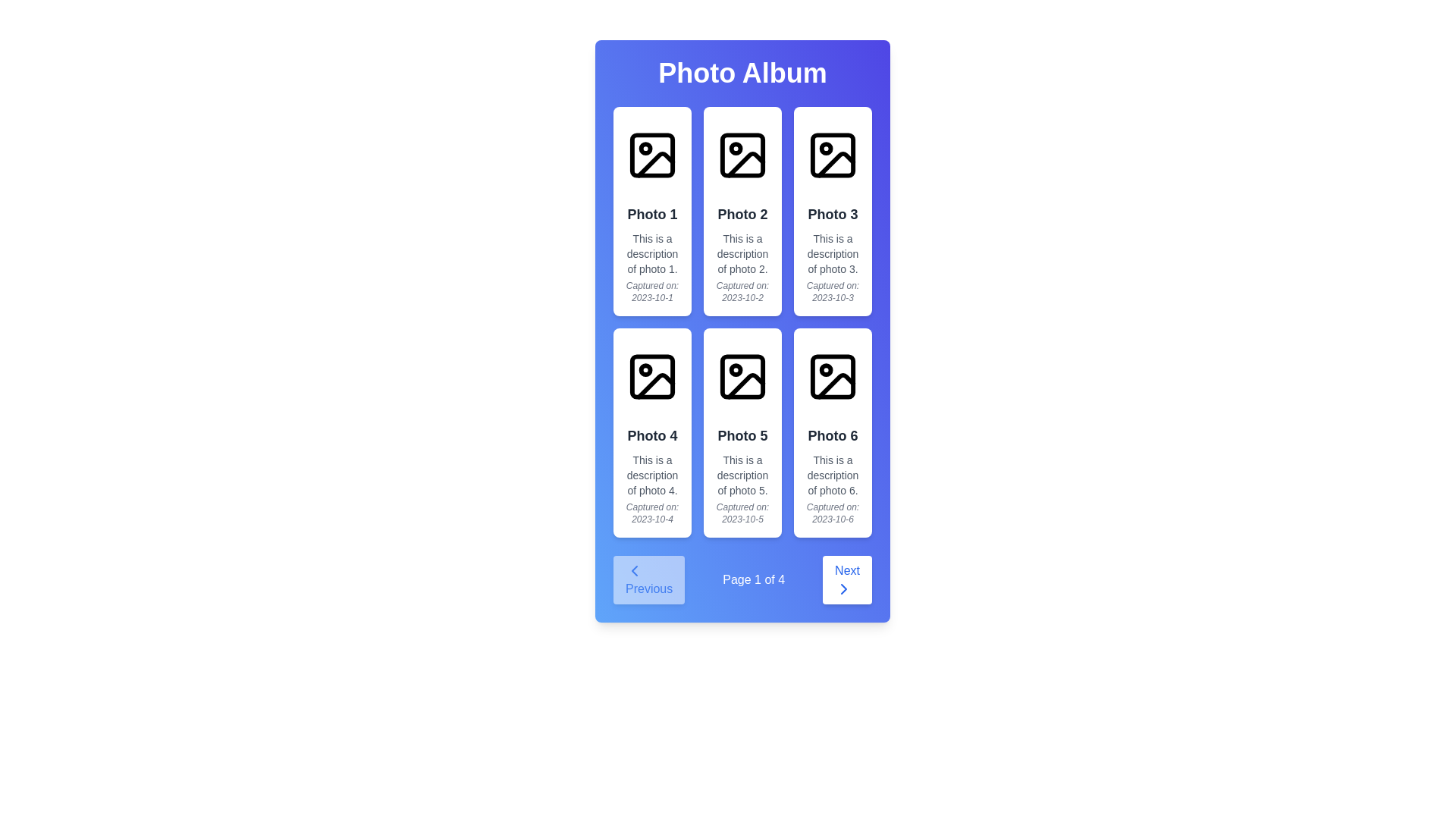 The width and height of the screenshot is (1456, 819). I want to click on the pagination button located in the bottom-right corner of the page navigation area, so click(846, 579).